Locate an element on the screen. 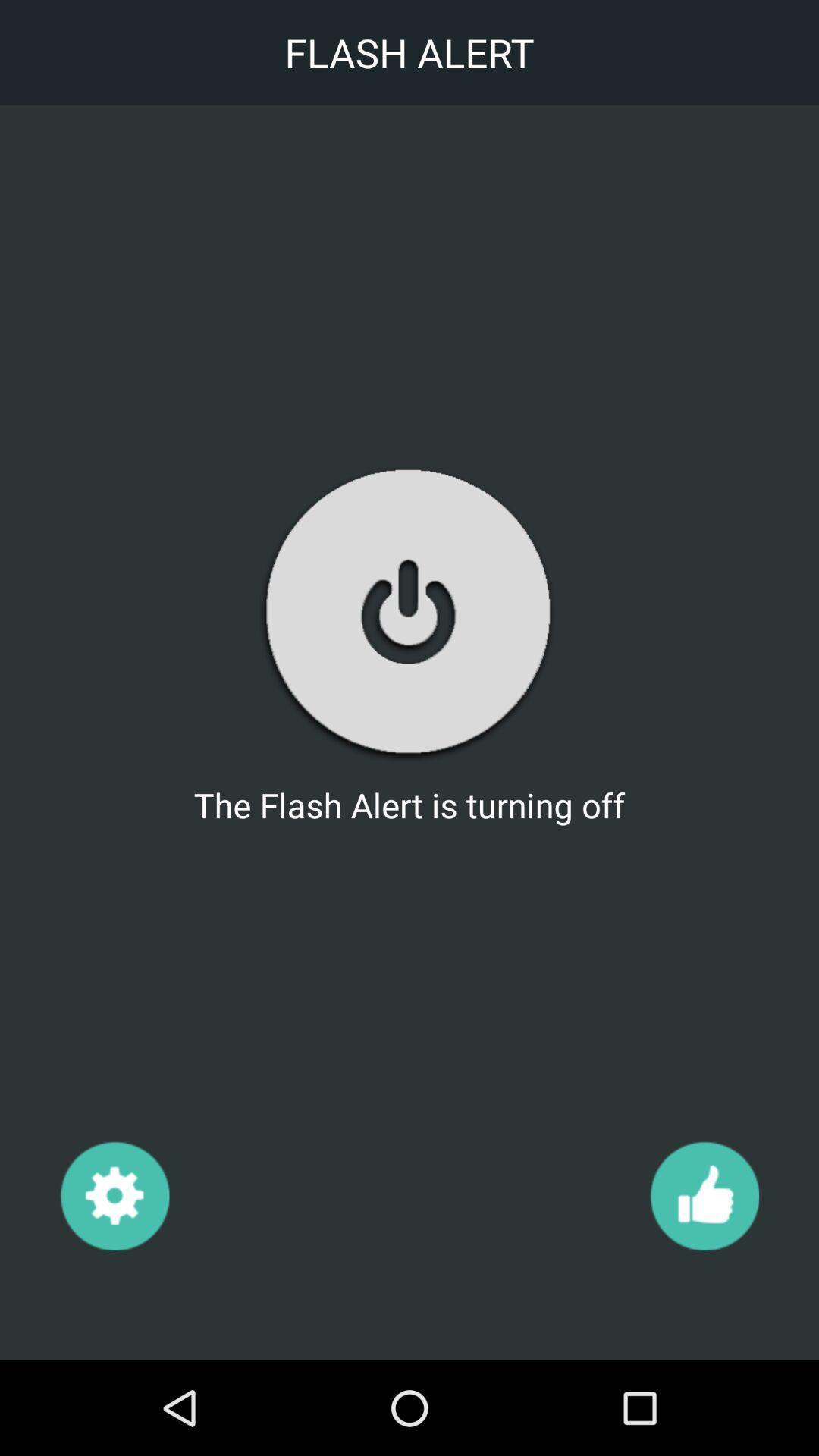 Image resolution: width=819 pixels, height=1456 pixels. icon below flash alert icon is located at coordinates (114, 1194).